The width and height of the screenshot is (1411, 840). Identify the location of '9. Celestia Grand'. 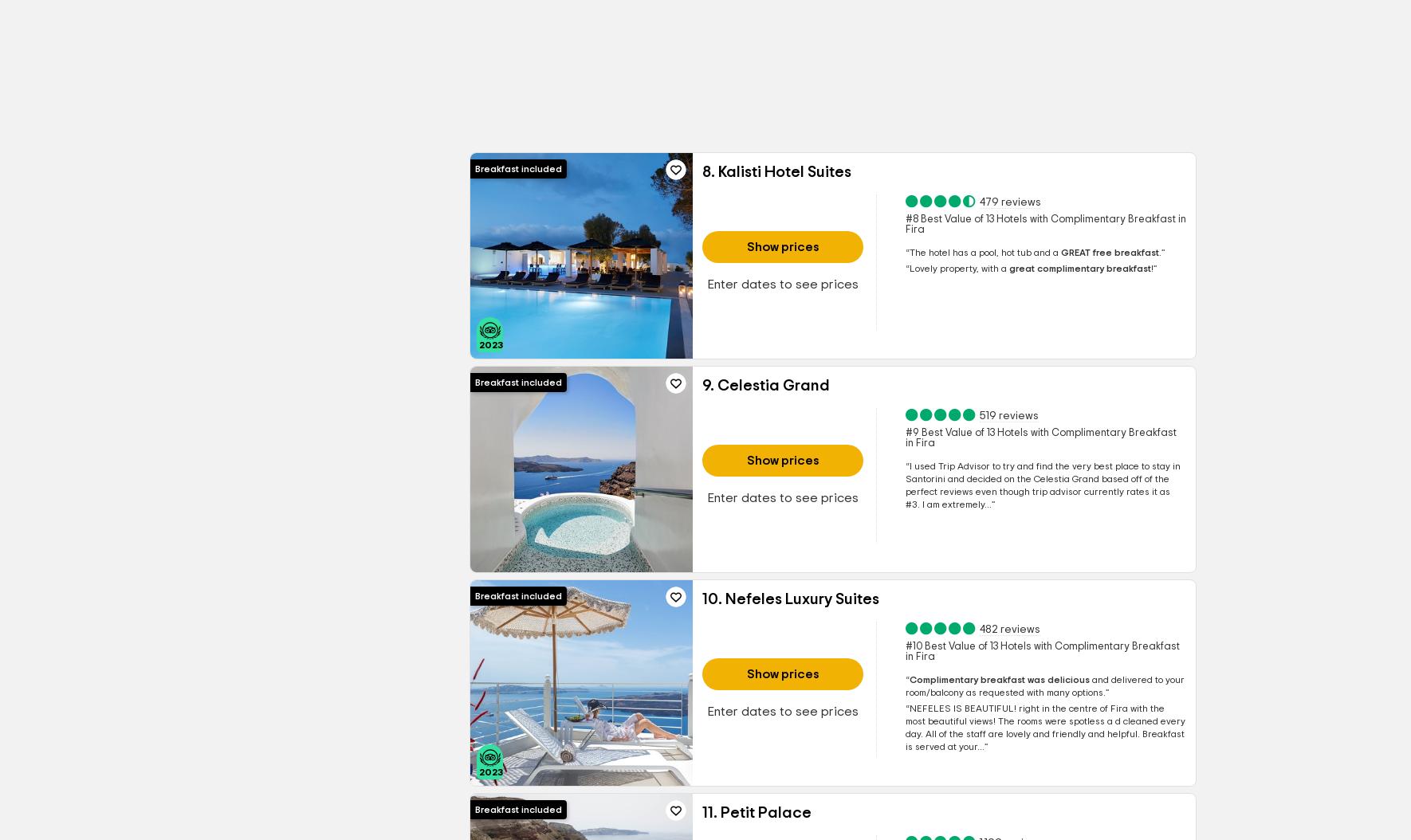
(702, 384).